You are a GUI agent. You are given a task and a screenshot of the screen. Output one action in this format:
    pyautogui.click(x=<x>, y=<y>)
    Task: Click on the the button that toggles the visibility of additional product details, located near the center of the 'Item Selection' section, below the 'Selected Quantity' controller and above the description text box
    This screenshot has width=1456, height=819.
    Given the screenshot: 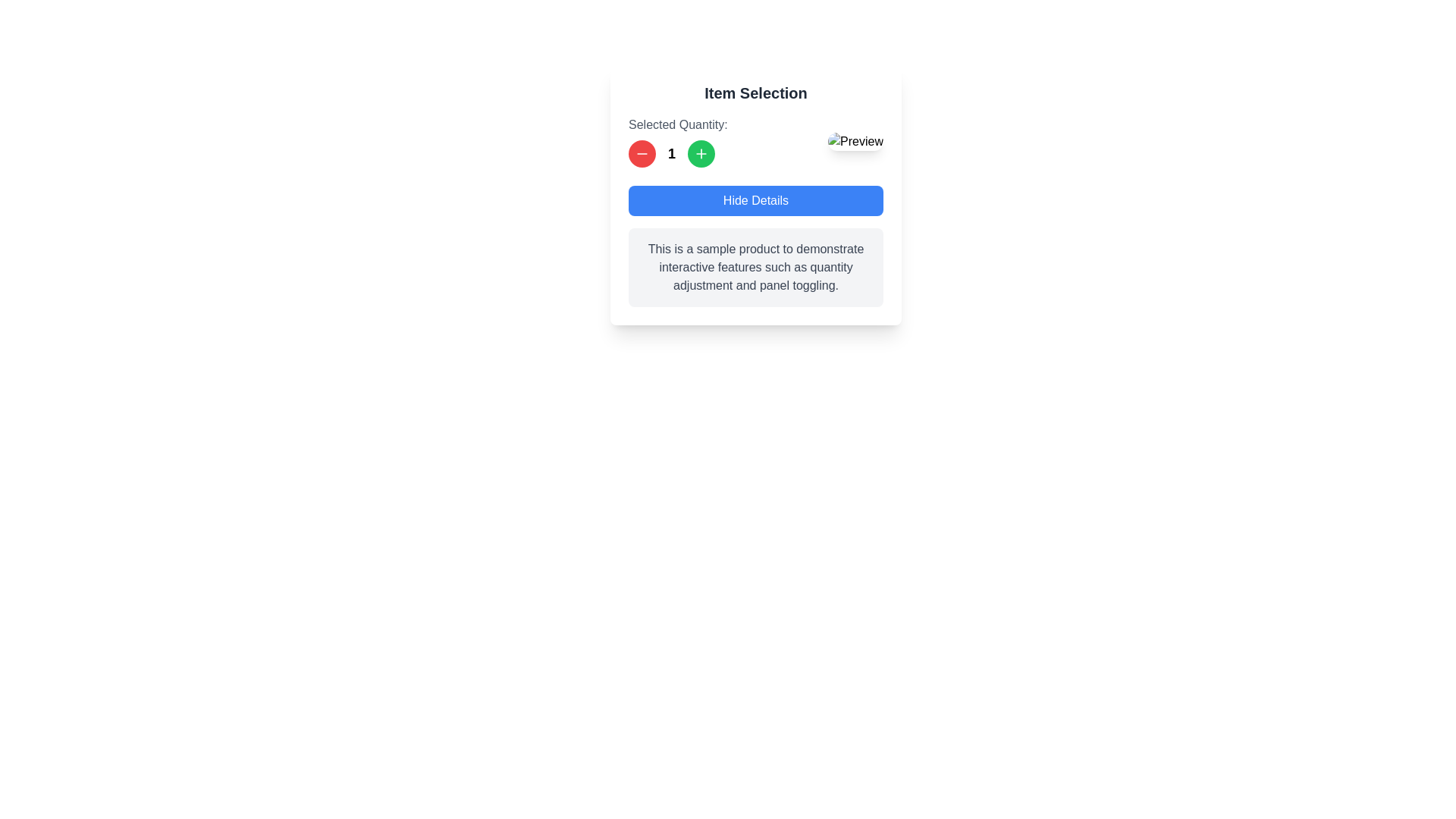 What is the action you would take?
    pyautogui.click(x=756, y=194)
    